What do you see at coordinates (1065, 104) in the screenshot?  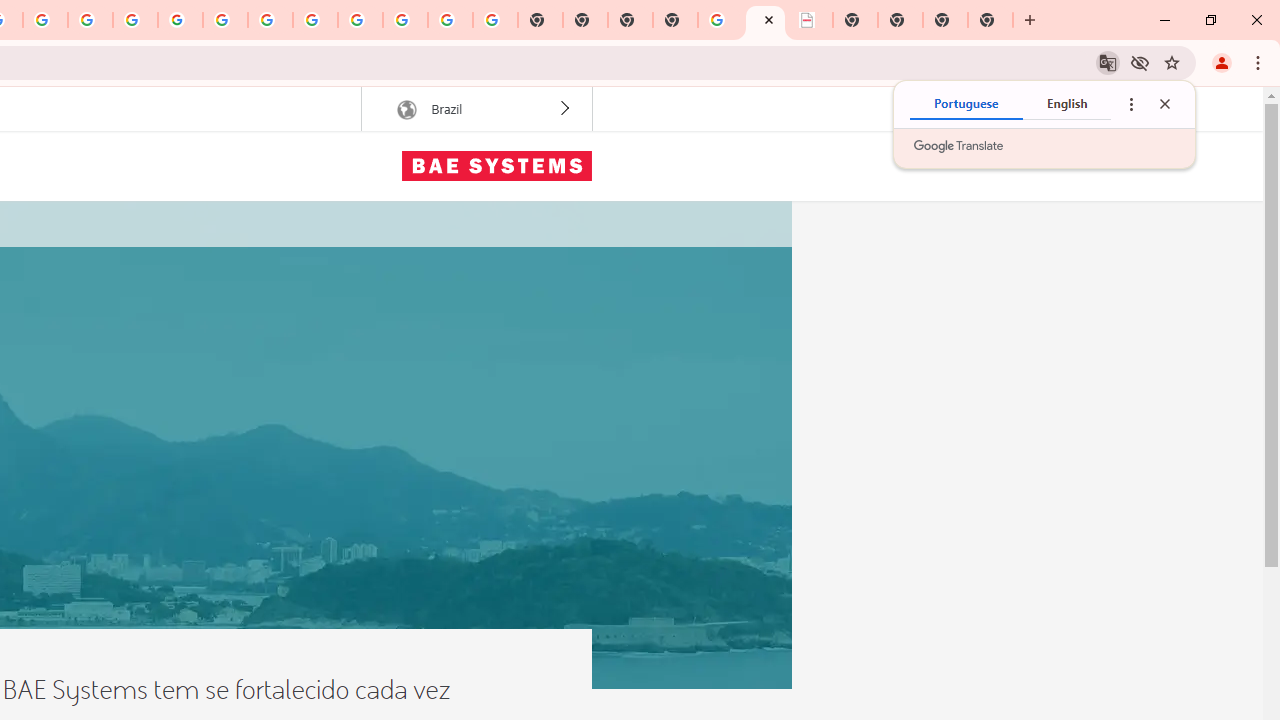 I see `'English'` at bounding box center [1065, 104].